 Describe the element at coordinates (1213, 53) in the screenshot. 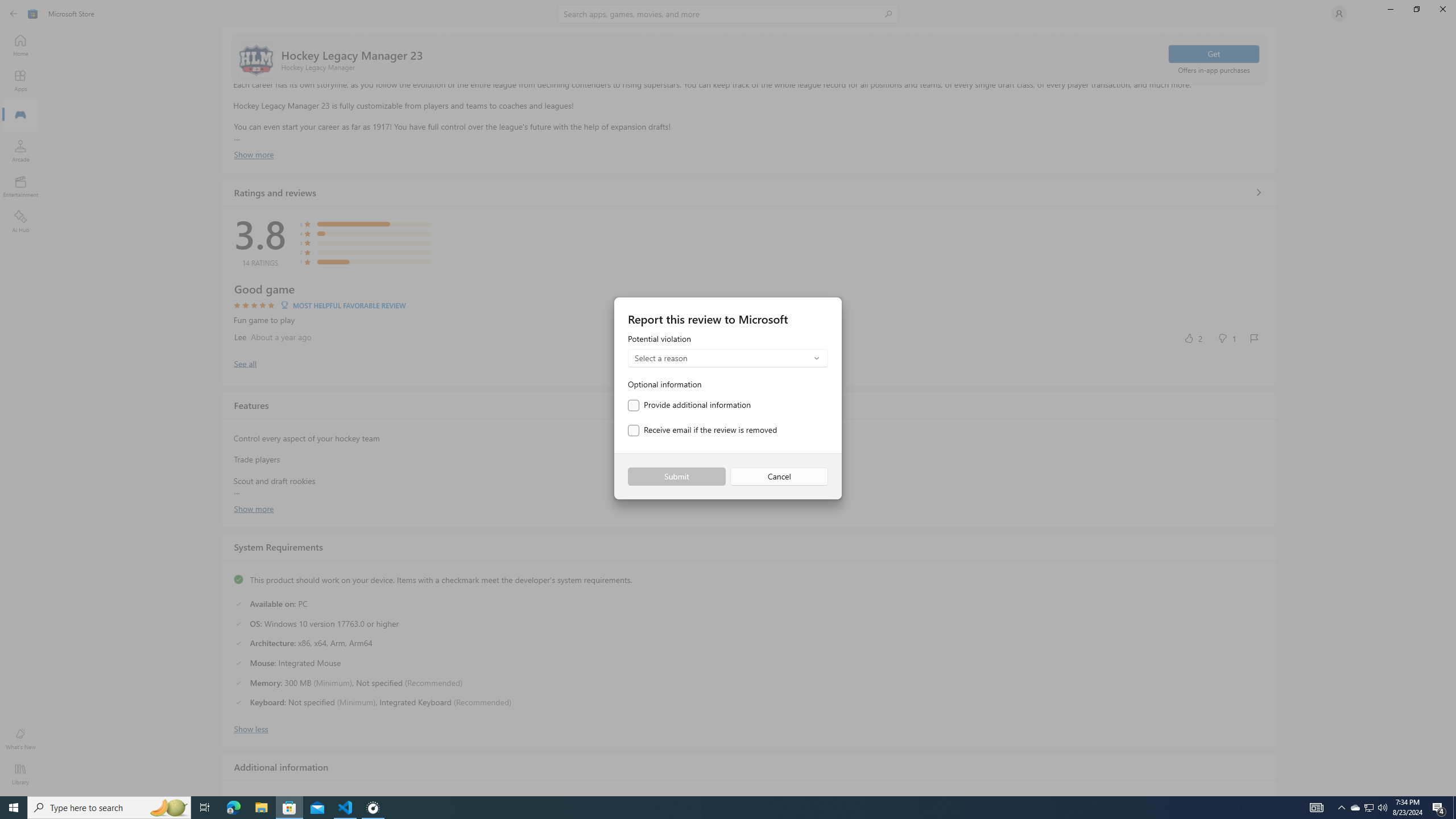

I see `'Get'` at that location.